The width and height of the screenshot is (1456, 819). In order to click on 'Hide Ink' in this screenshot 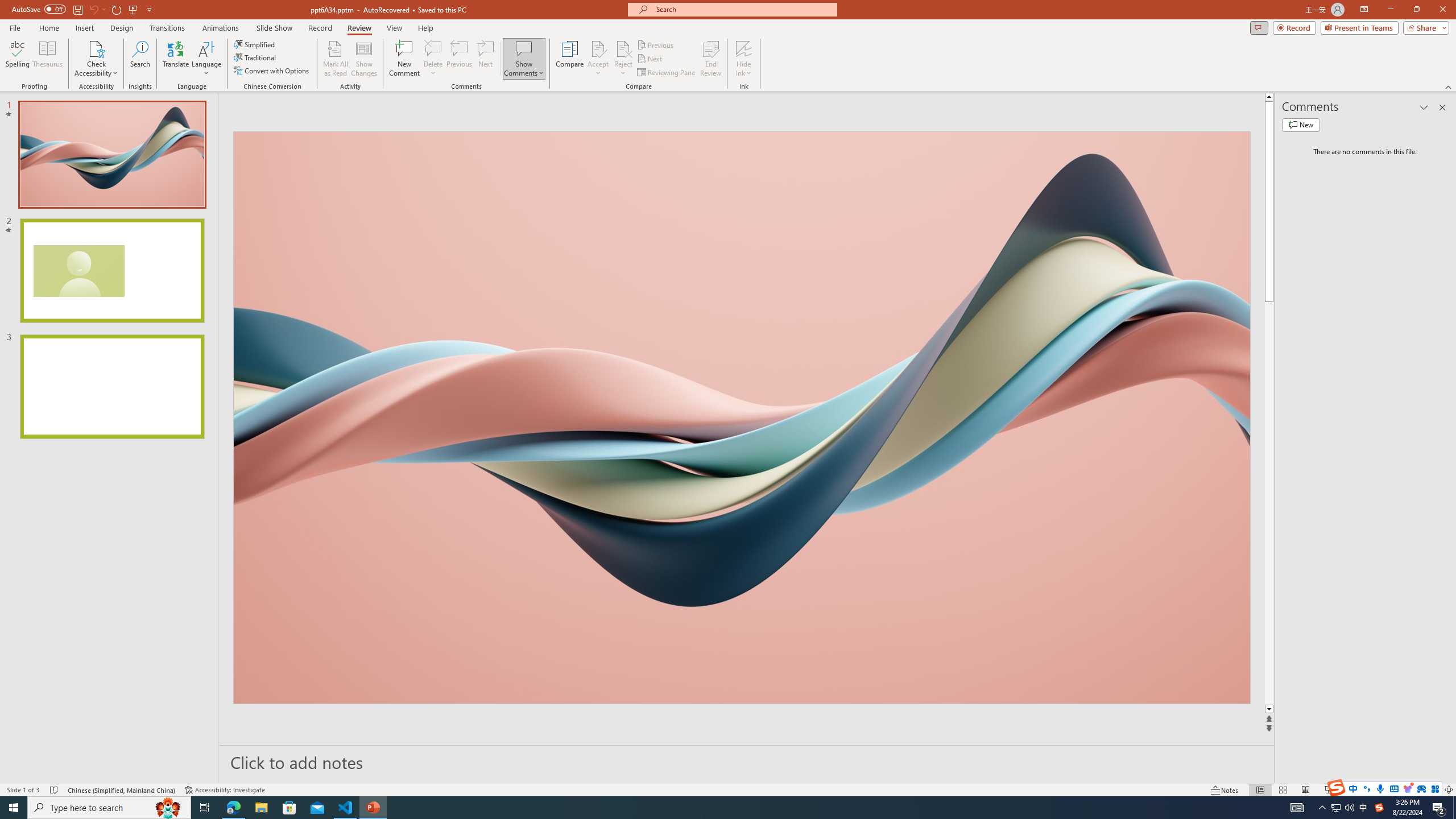, I will do `click(744, 48)`.